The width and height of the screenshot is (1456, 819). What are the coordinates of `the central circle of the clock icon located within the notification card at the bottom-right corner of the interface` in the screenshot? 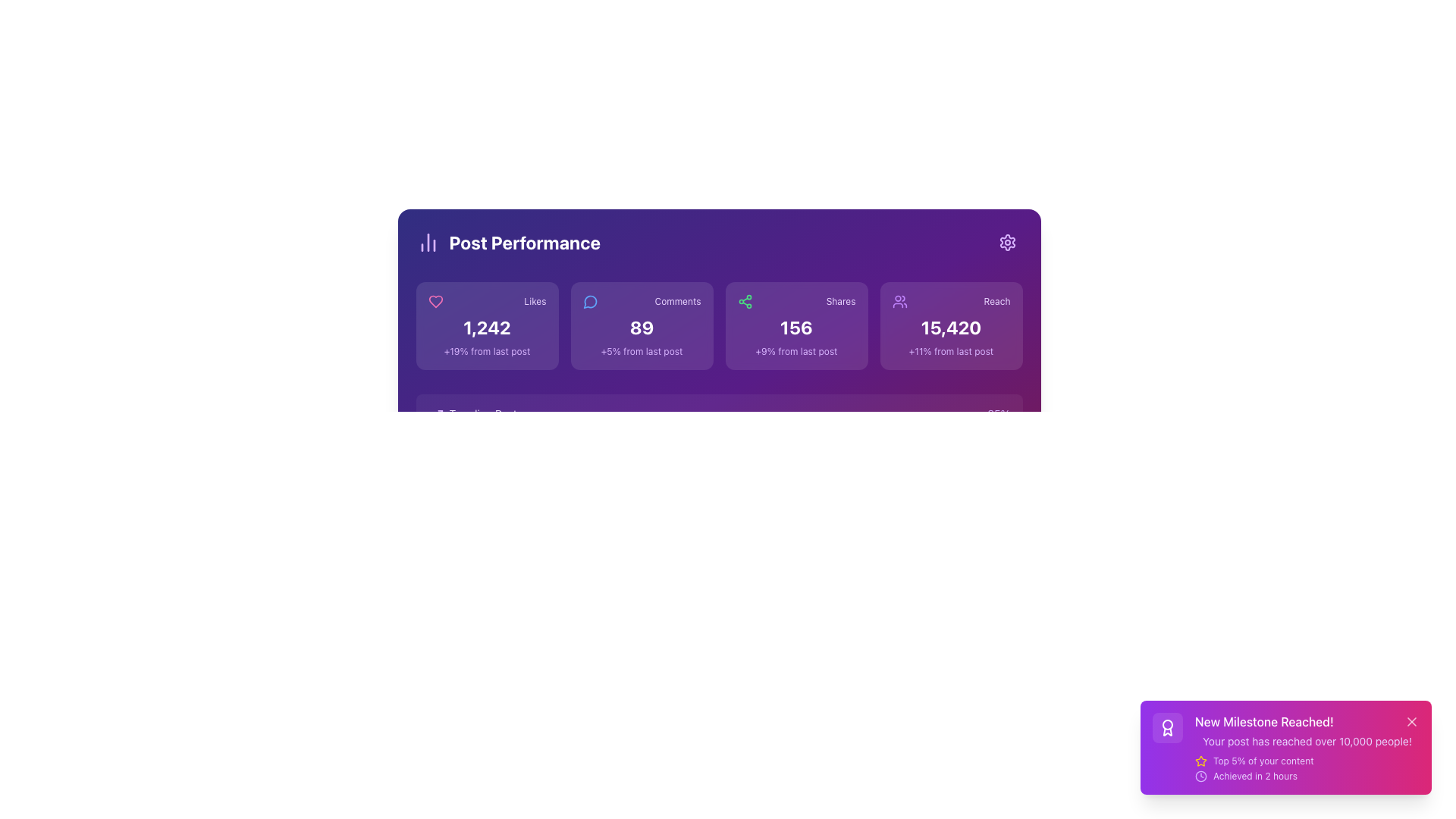 It's located at (1200, 776).